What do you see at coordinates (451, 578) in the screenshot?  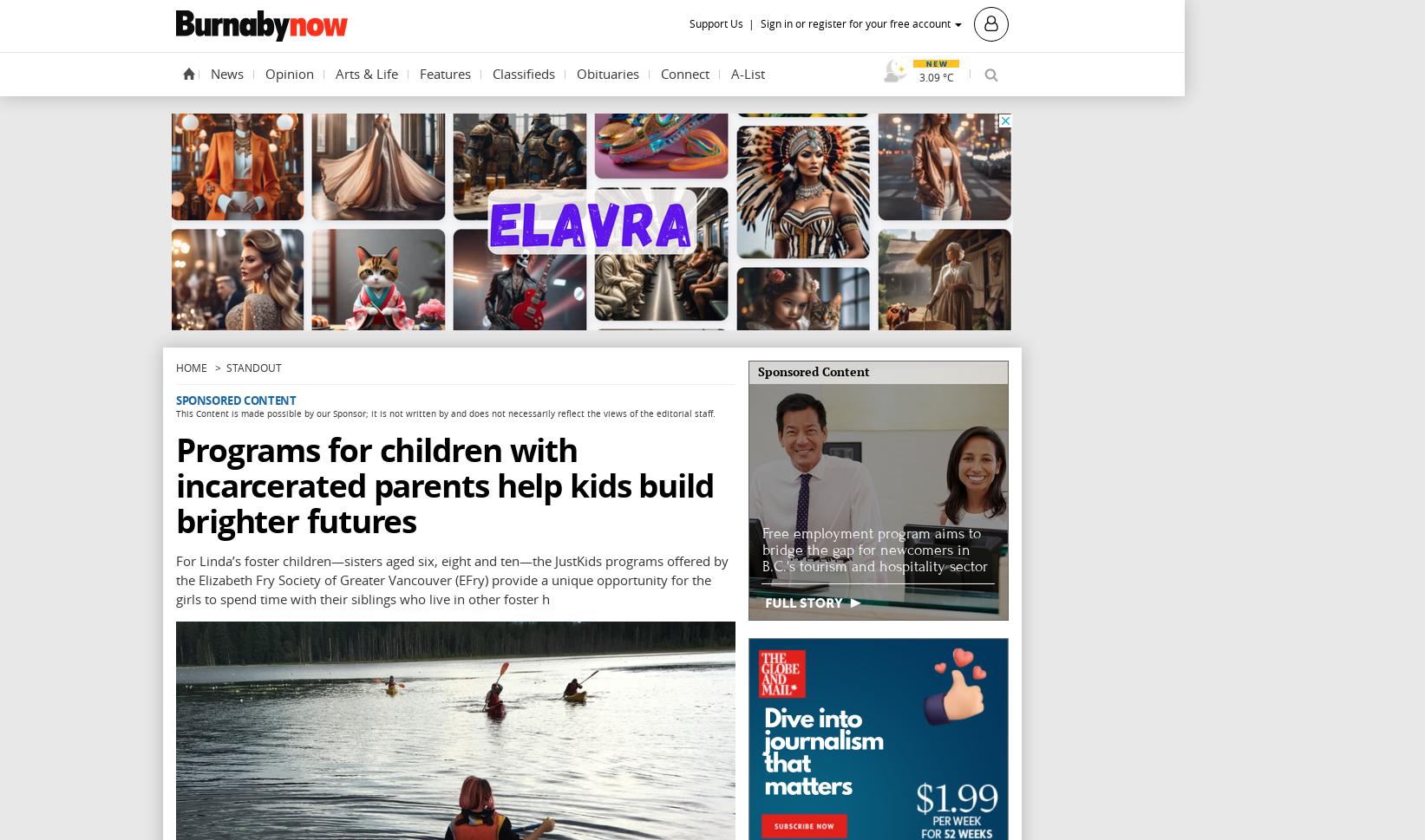 I see `'For Linda’s foster children—sisters aged six, eight and ten—the JustKids programs offered by the Elizabeth Fry Society of Greater Vancouver (EFry) provide a unique opportunity for the girls to spend time with their siblings who live in other foster h'` at bounding box center [451, 578].